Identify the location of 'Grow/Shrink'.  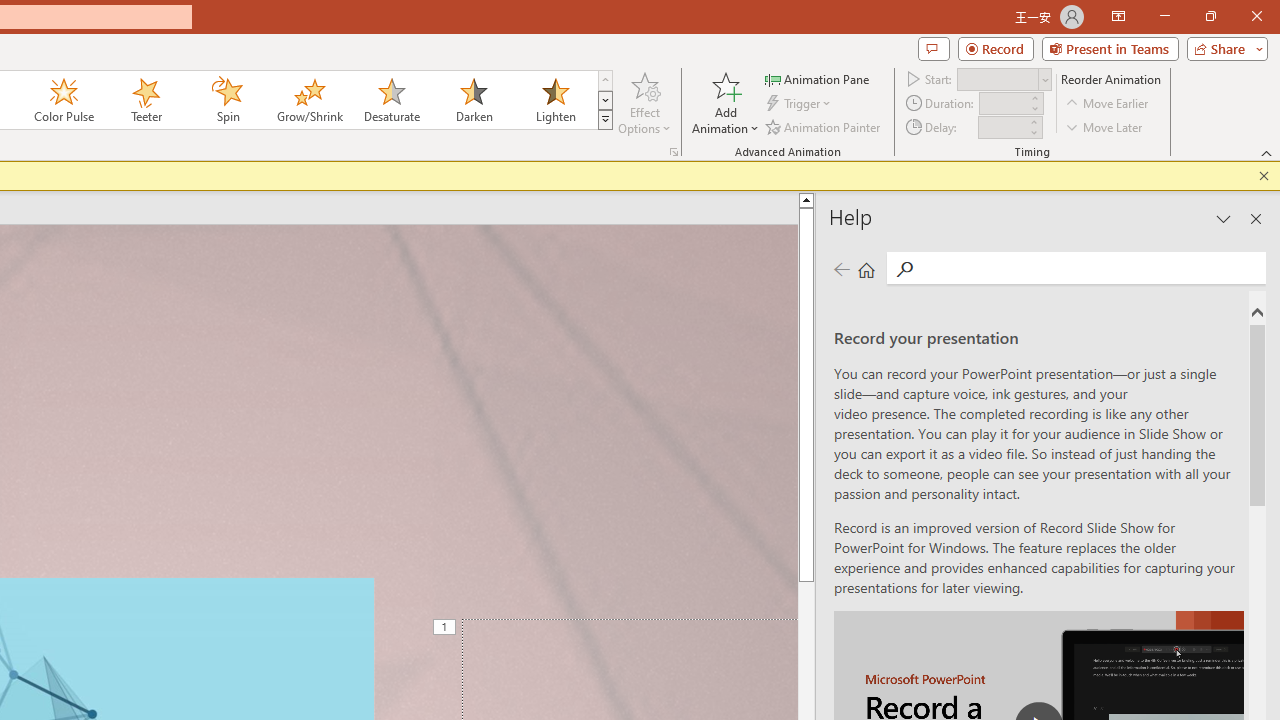
(308, 100).